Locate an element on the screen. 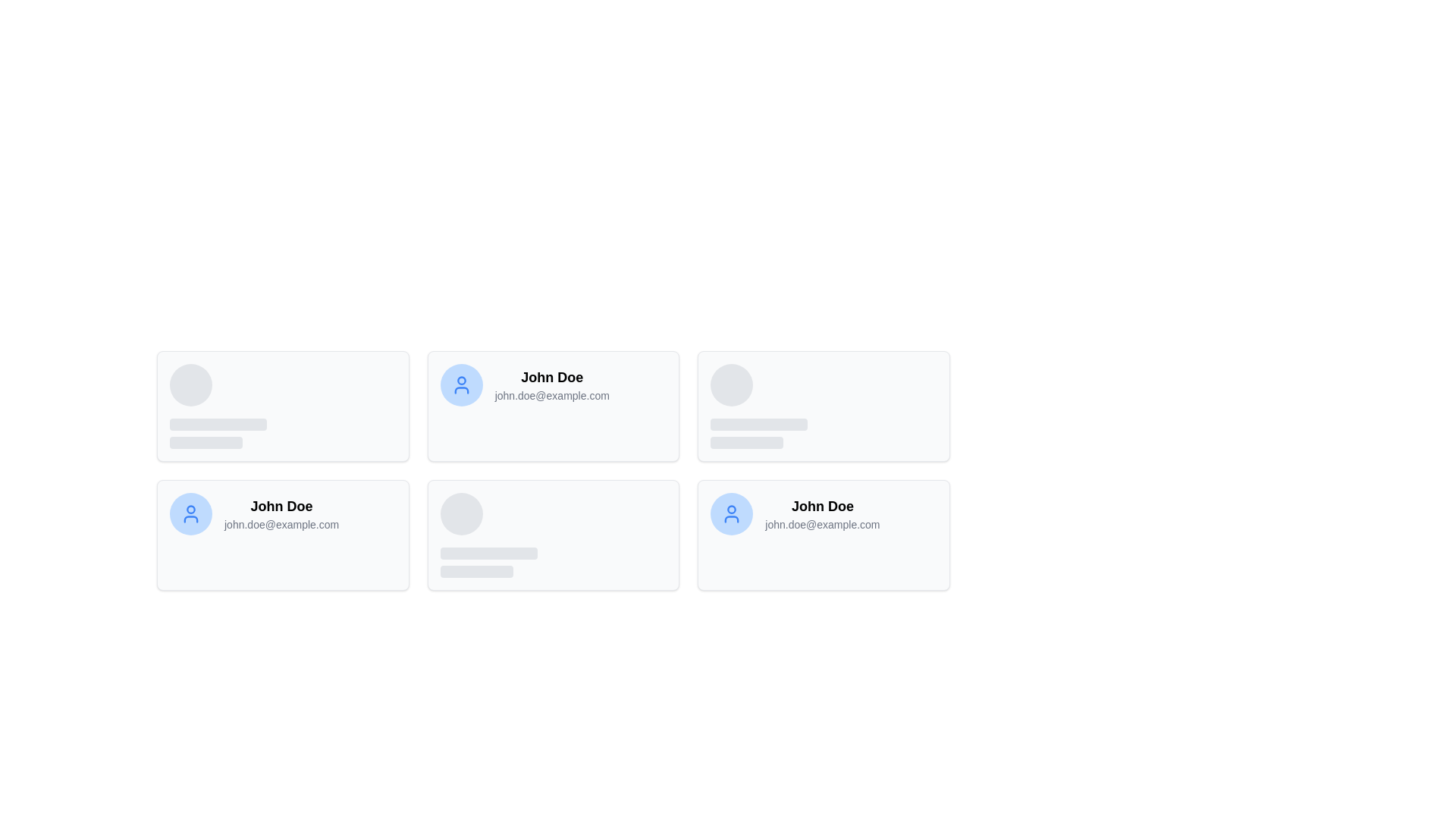  the placeholder element located in the top-right card of the grid, positioned below the circular placeholder image is located at coordinates (759, 433).